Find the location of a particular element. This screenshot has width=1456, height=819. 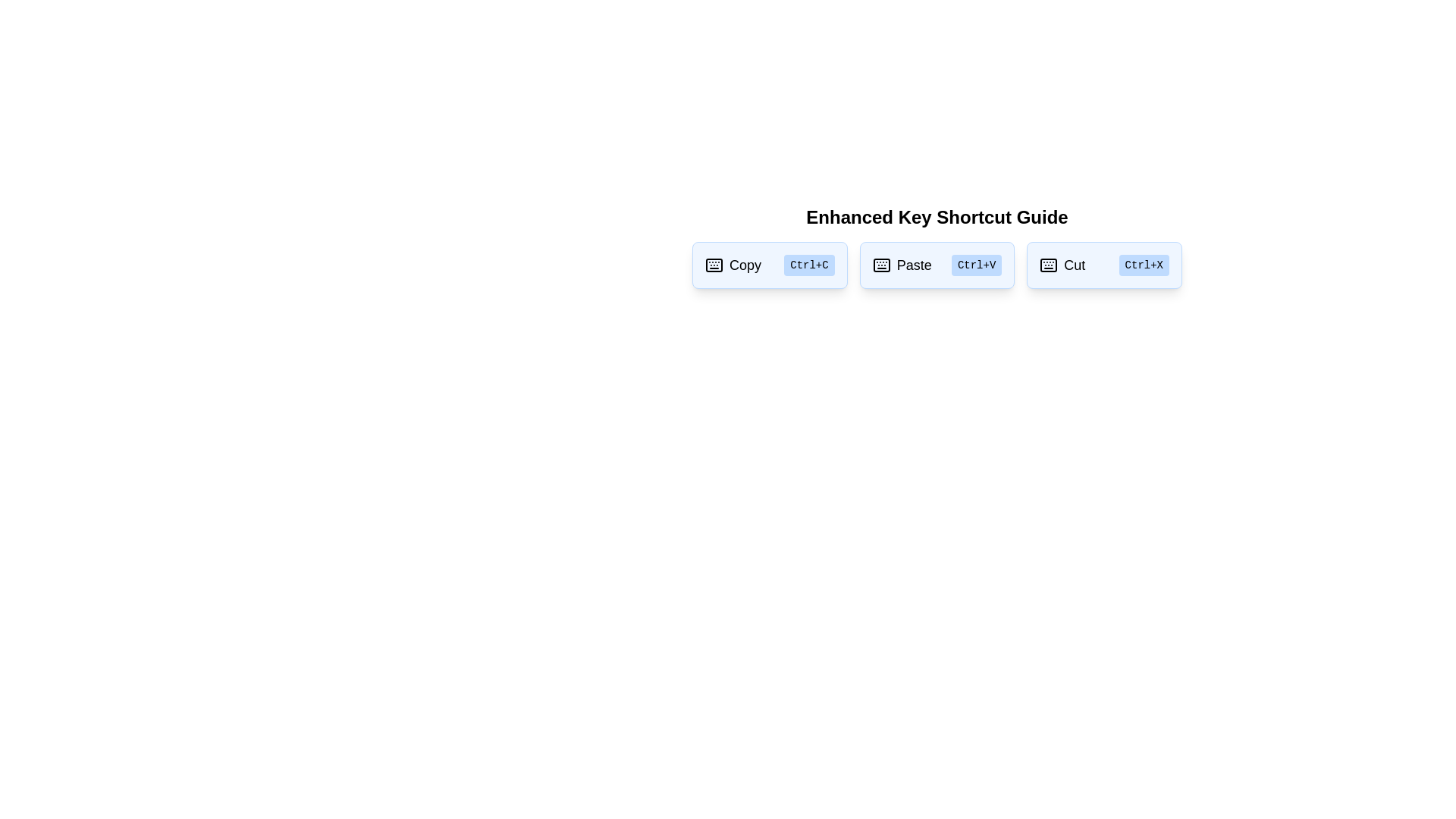

the 'Copy' button which features a keyboard icon on the left and the text 'Copy' in a larger font size, positioned as the left-most element in the horizontal arrangement of Copy, Paste, and Cut options is located at coordinates (733, 265).